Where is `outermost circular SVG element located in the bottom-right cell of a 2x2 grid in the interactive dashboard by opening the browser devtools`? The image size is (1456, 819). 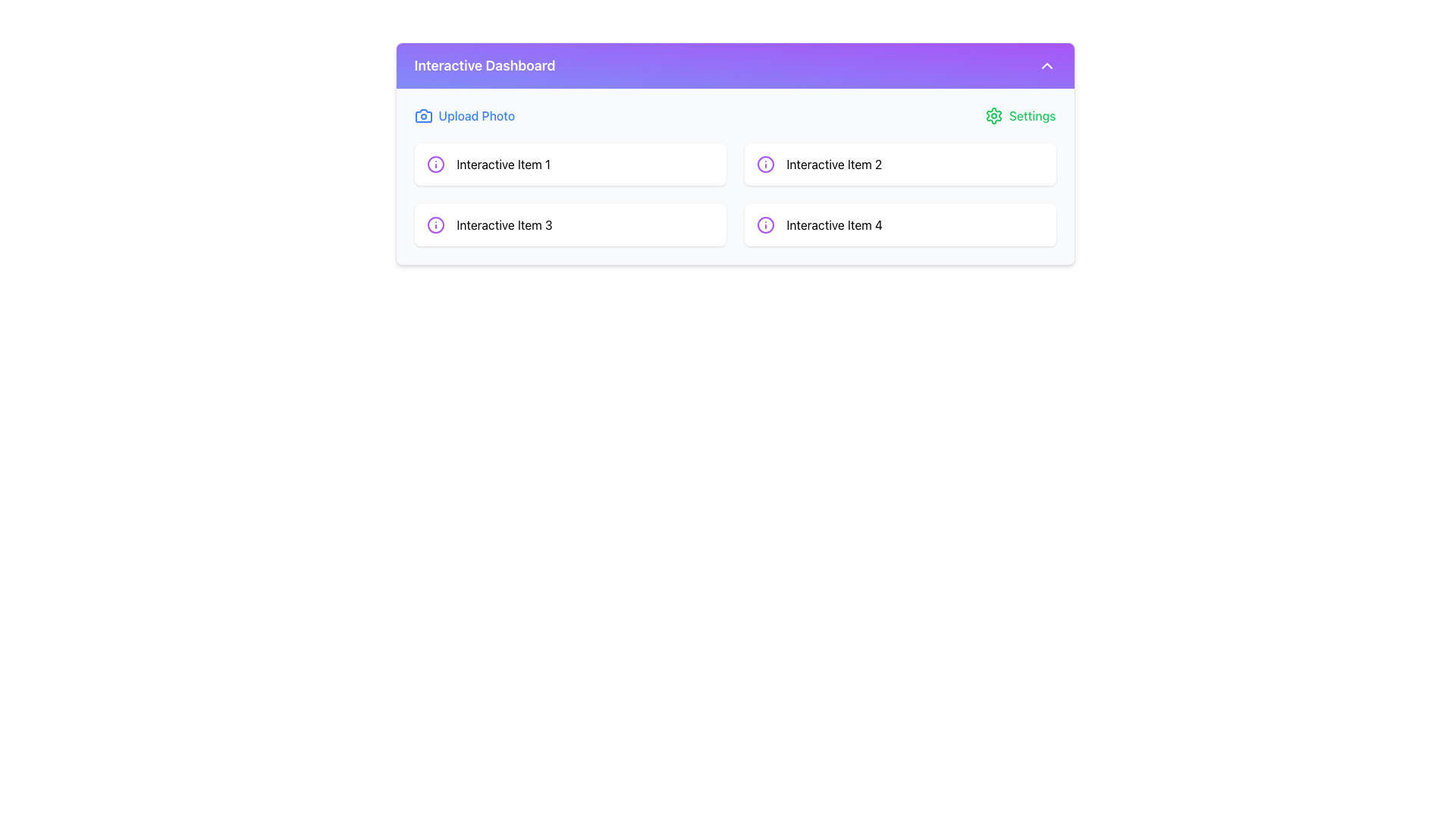 outermost circular SVG element located in the bottom-right cell of a 2x2 grid in the interactive dashboard by opening the browser devtools is located at coordinates (765, 164).